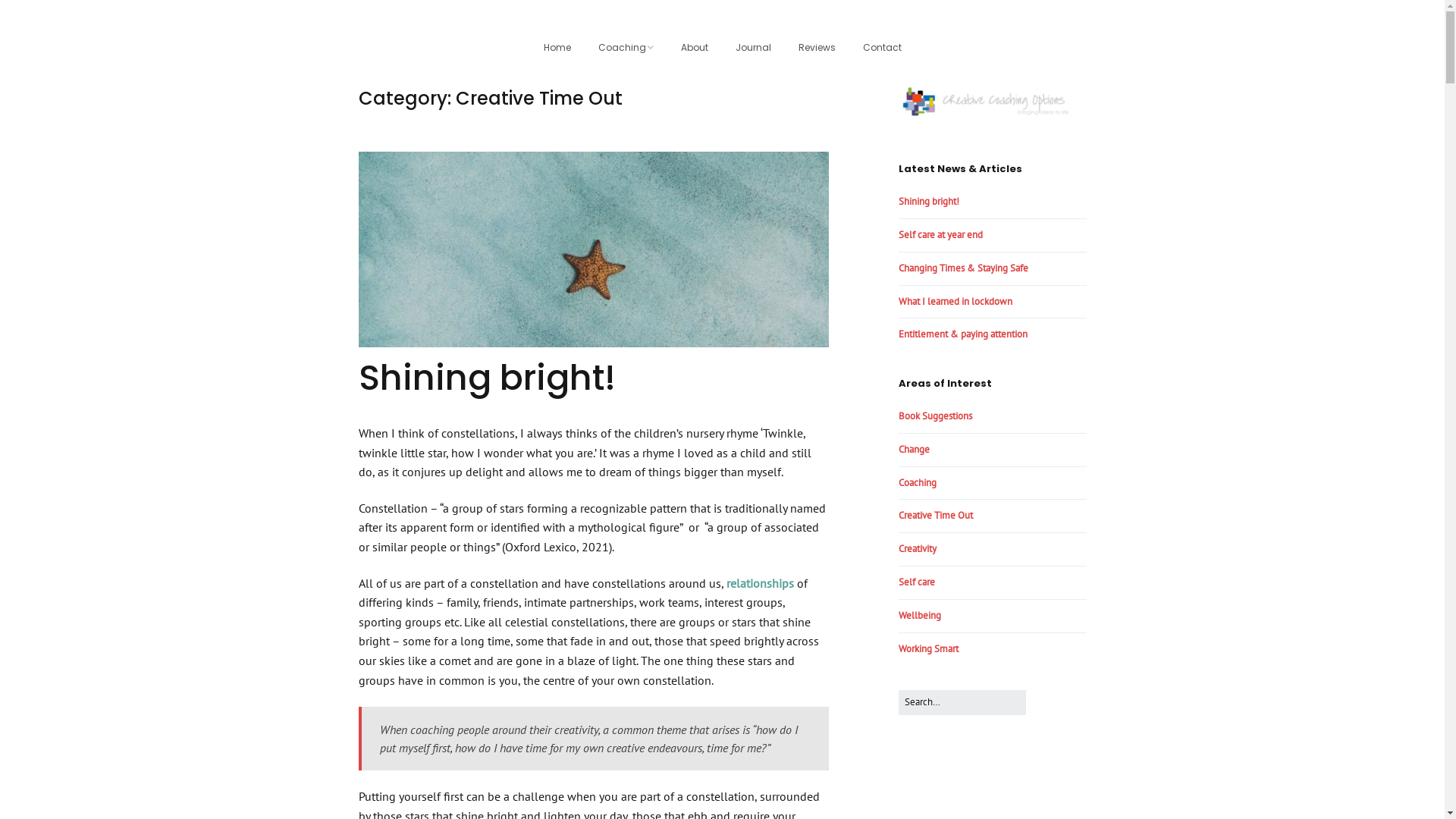  Describe the element at coordinates (939, 234) in the screenshot. I see `'Self care at year end'` at that location.